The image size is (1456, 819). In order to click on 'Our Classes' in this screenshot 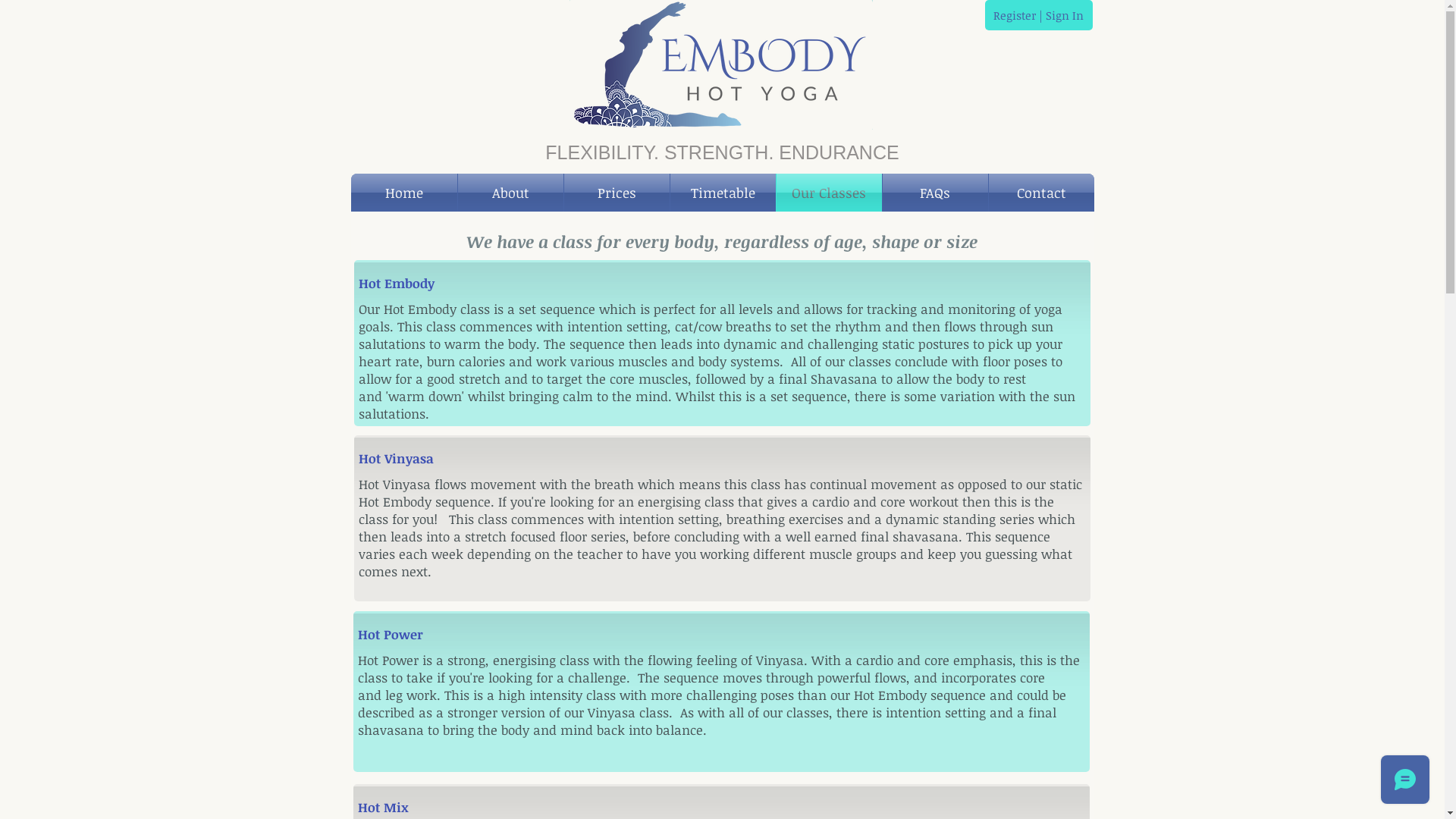, I will do `click(776, 192)`.